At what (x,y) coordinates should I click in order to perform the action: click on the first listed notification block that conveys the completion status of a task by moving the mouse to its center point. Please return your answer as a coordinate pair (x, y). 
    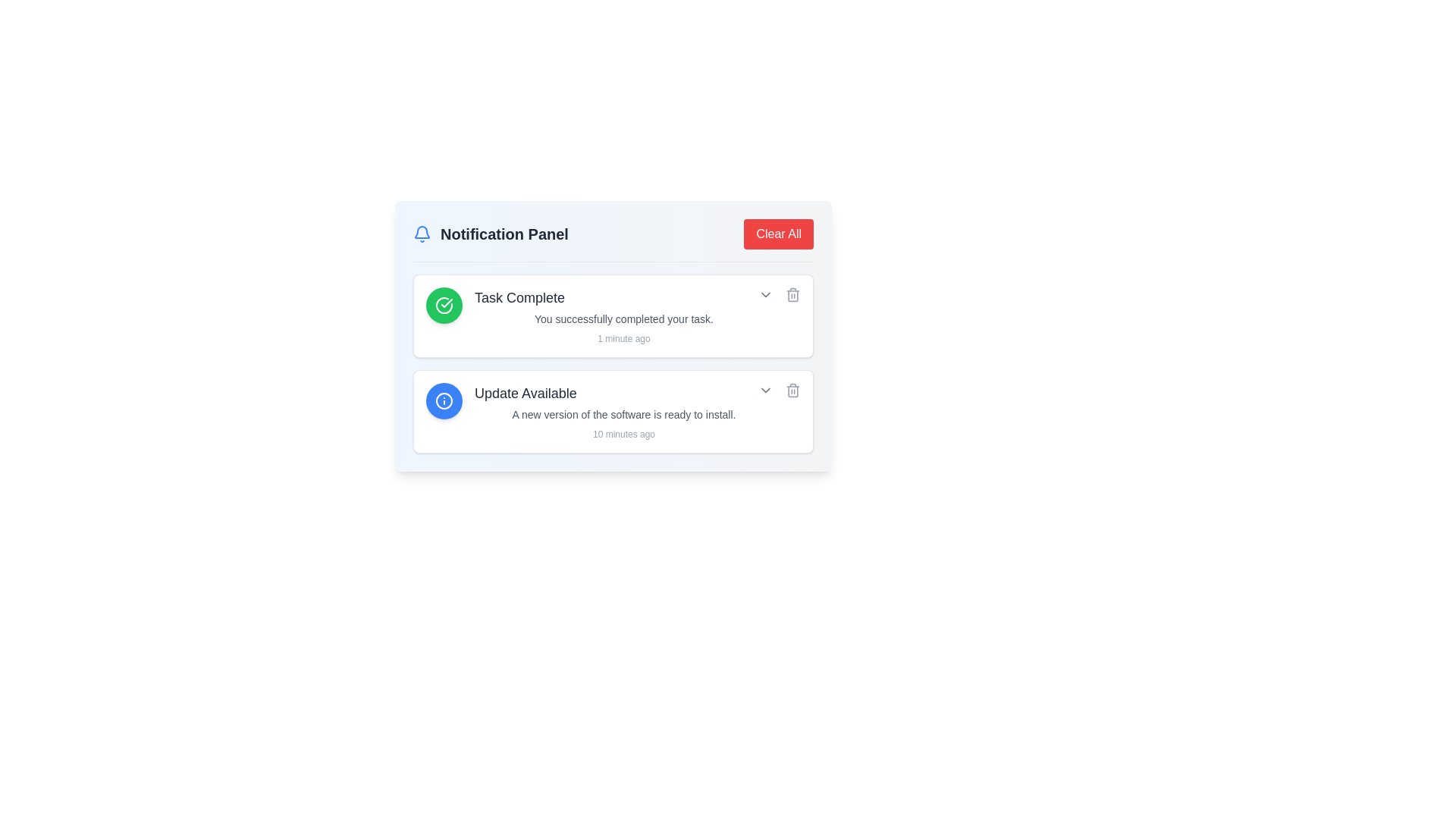
    Looking at the image, I should click on (623, 315).